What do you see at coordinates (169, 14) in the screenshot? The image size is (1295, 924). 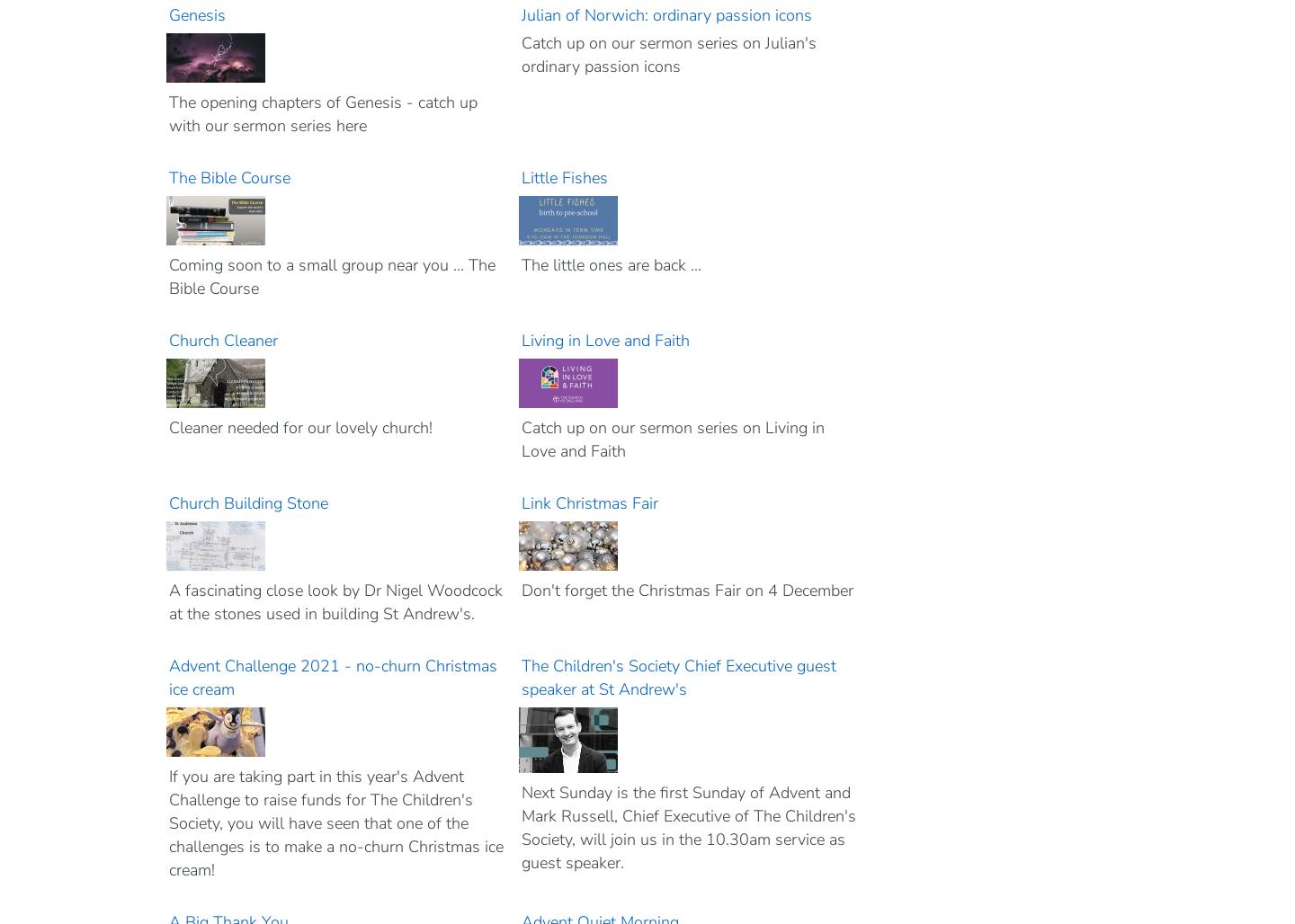 I see `'Genesis'` at bounding box center [169, 14].